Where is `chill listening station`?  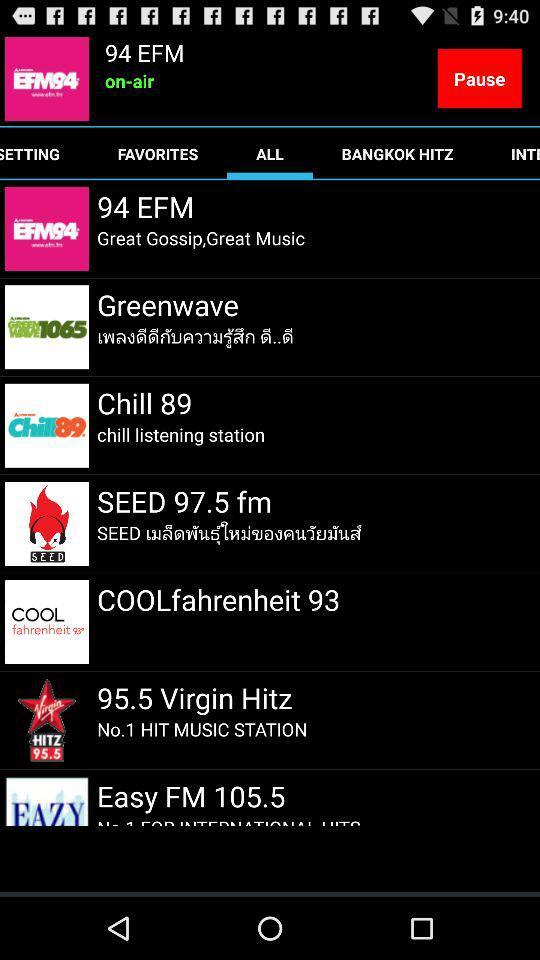
chill listening station is located at coordinates (181, 434).